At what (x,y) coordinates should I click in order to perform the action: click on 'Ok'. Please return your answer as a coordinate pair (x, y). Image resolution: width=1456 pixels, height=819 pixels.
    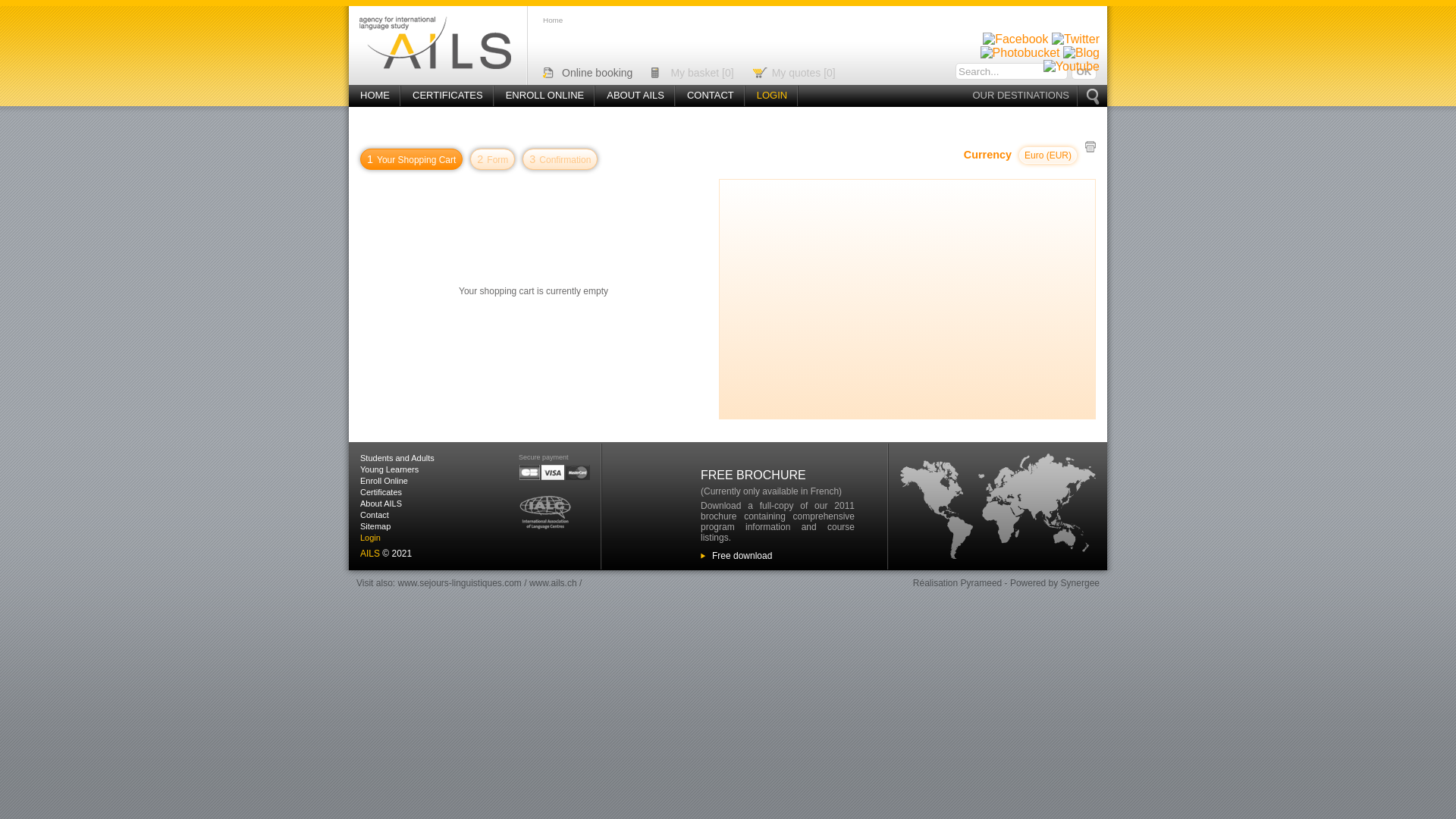
    Looking at the image, I should click on (1083, 71).